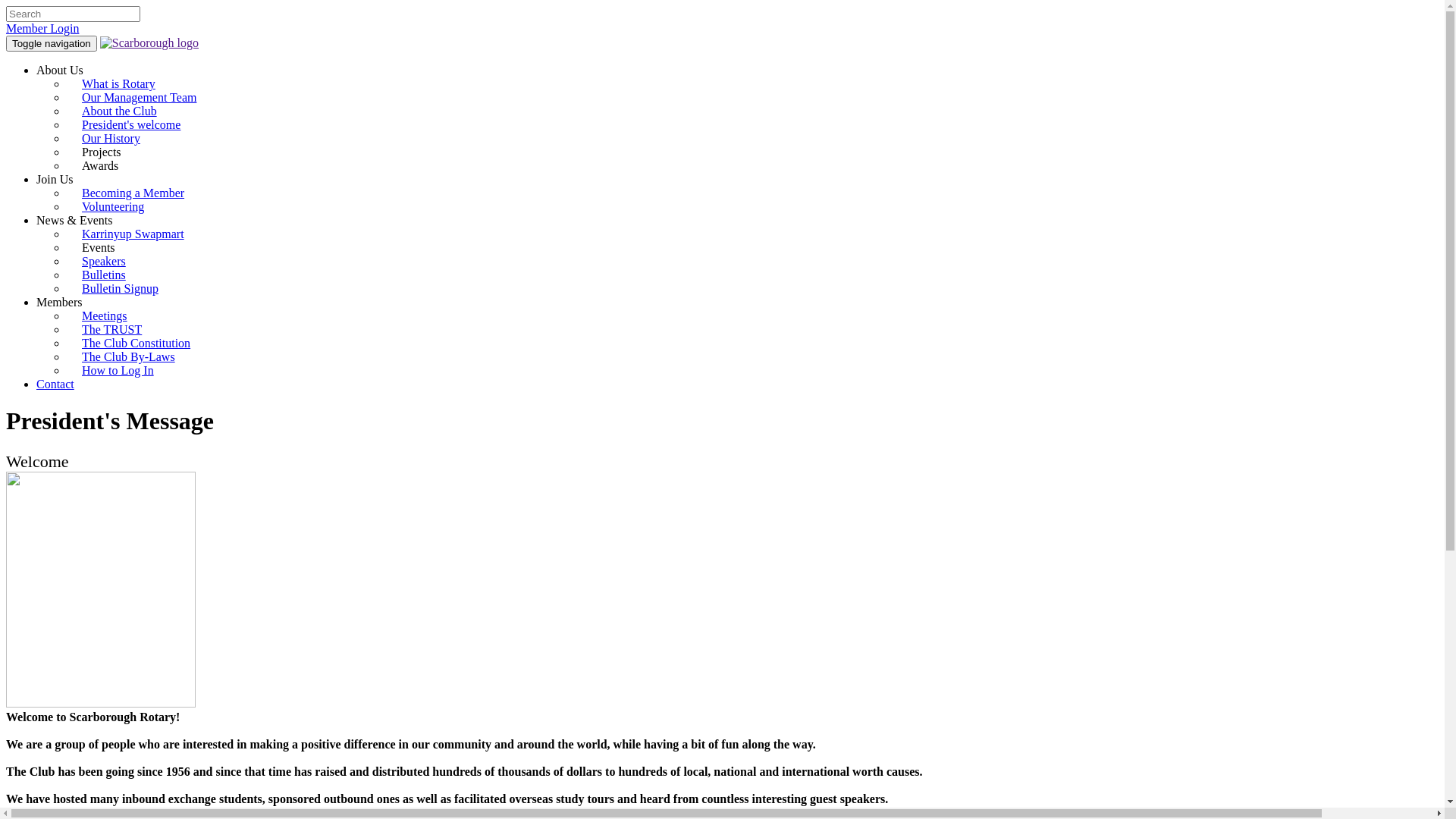 Image resolution: width=1456 pixels, height=819 pixels. Describe the element at coordinates (107, 152) in the screenshot. I see `'Projects'` at that location.